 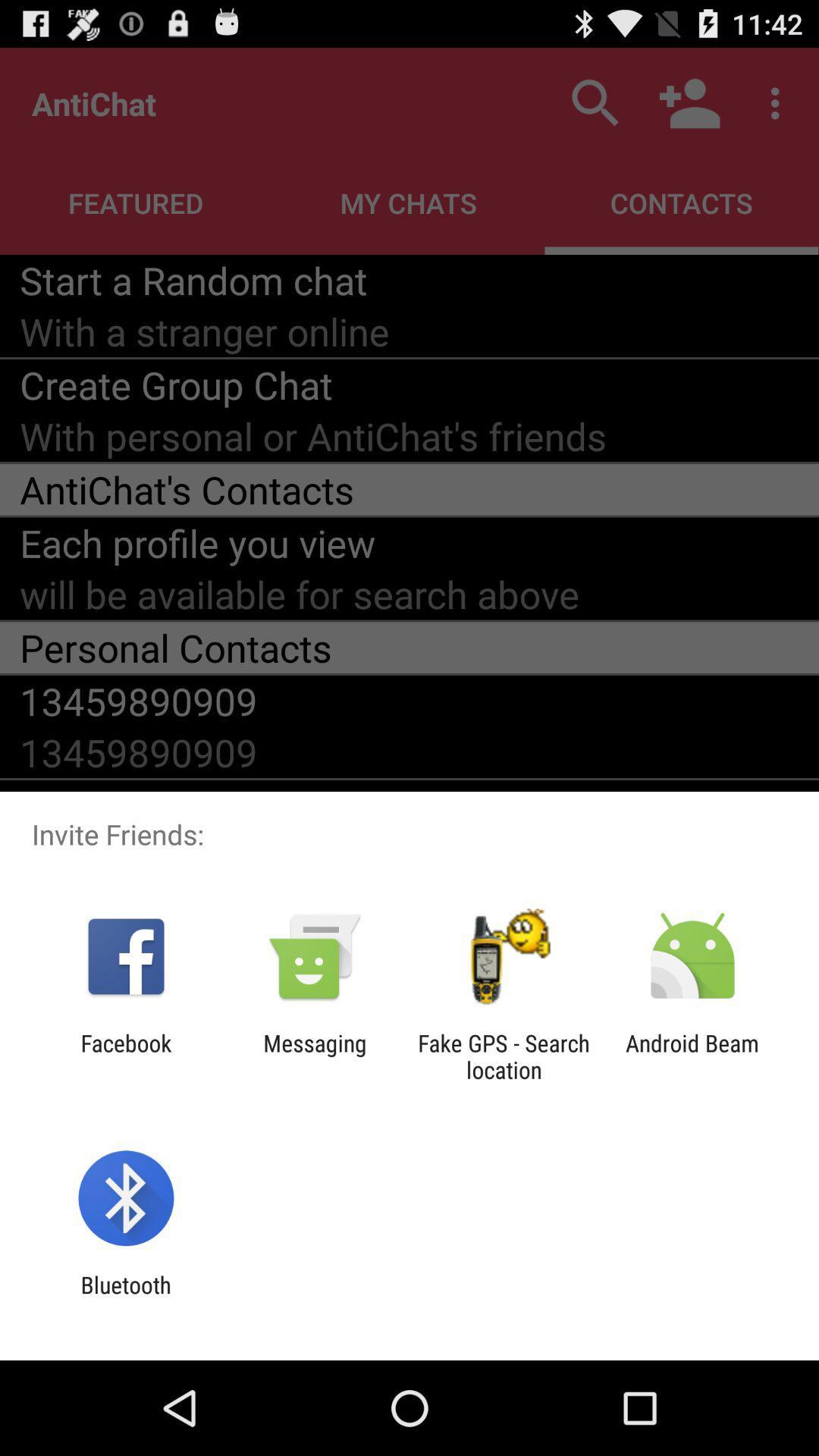 I want to click on the app next to the fake gps search app, so click(x=314, y=1056).